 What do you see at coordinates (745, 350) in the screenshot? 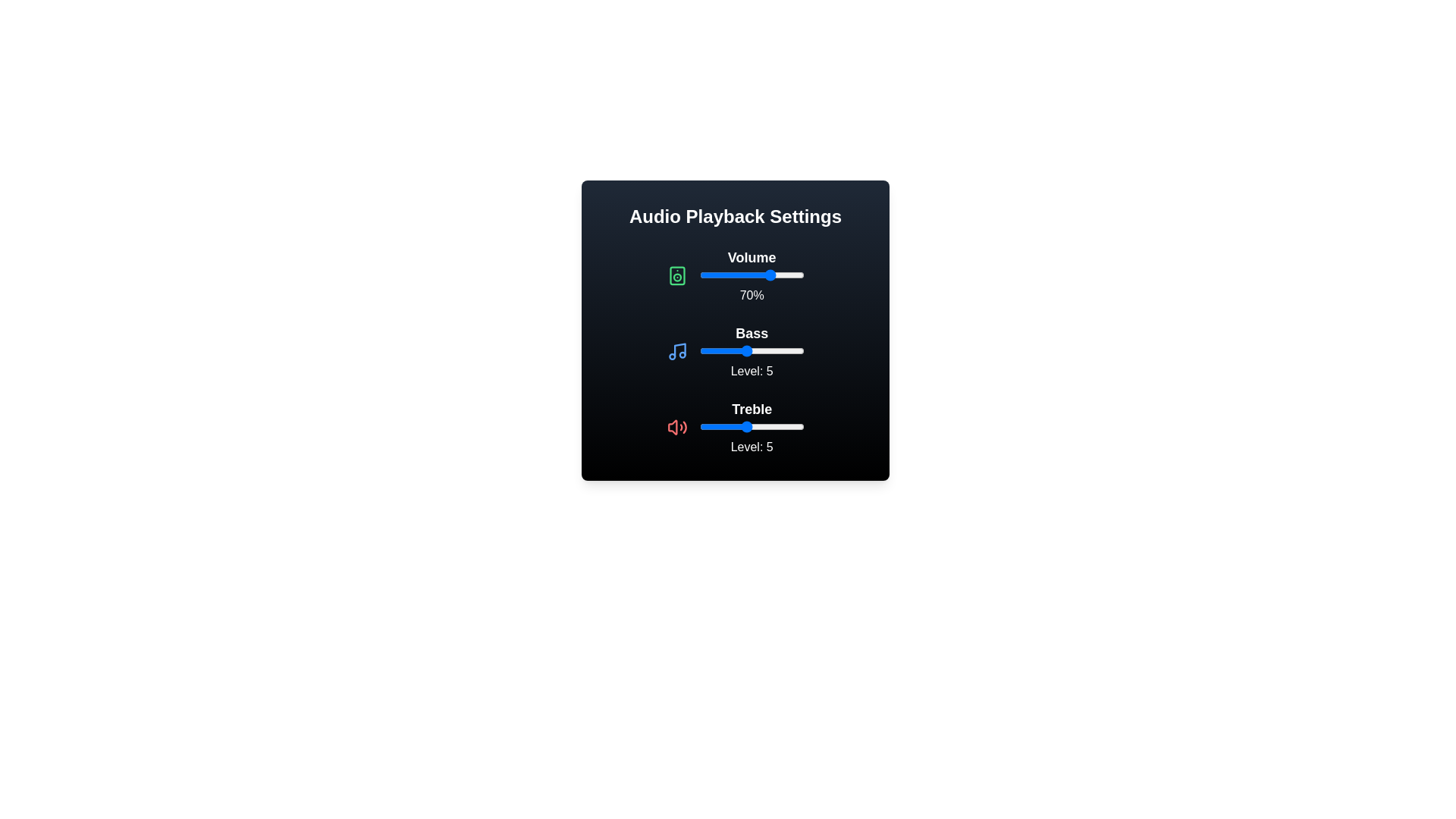
I see `bass level` at bounding box center [745, 350].